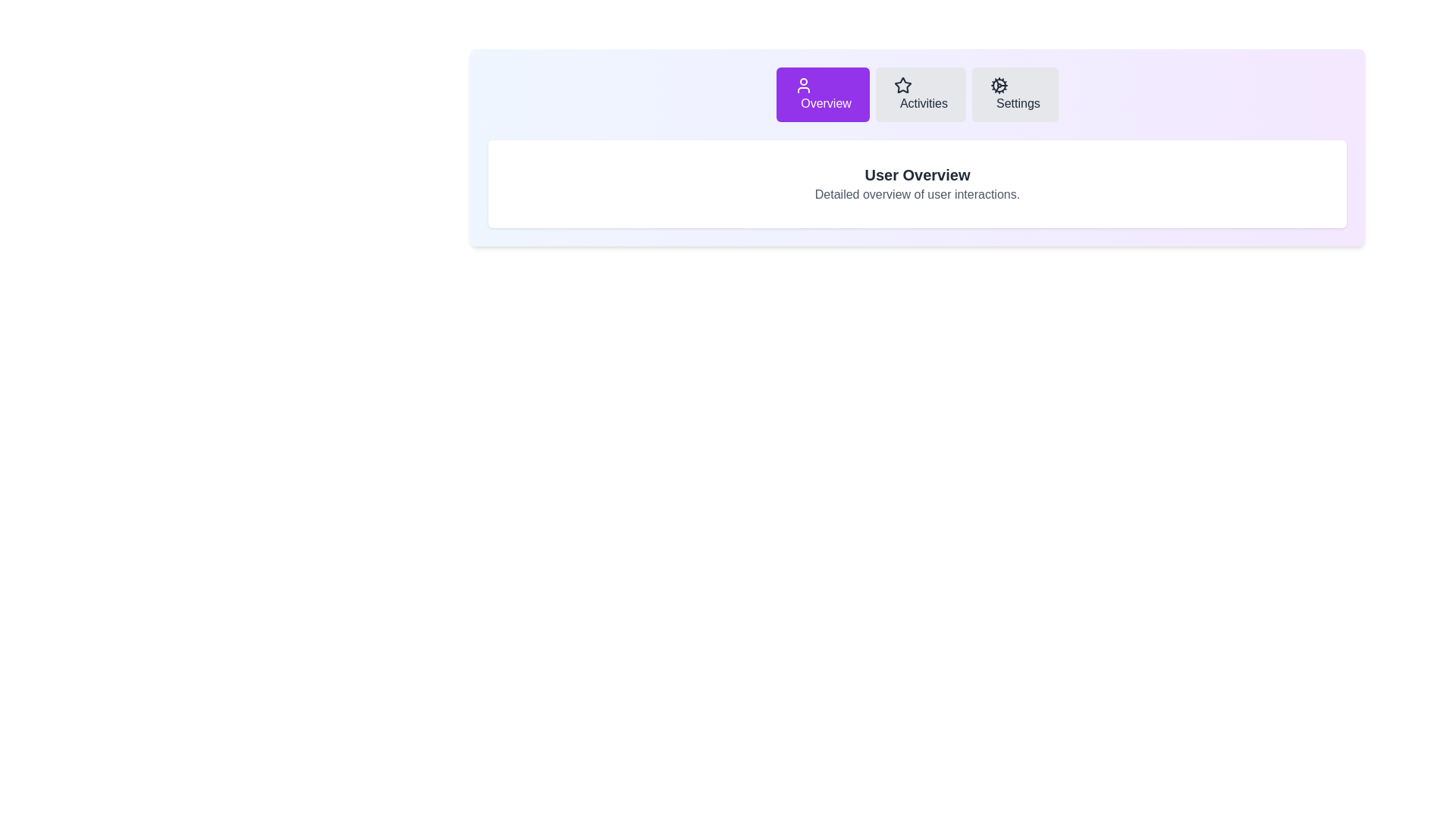  What do you see at coordinates (916, 184) in the screenshot?
I see `the informational Text display located prominently in a distinct card below the navigation tabs titled 'Overview,' 'Activities,' and 'Settings.'` at bounding box center [916, 184].